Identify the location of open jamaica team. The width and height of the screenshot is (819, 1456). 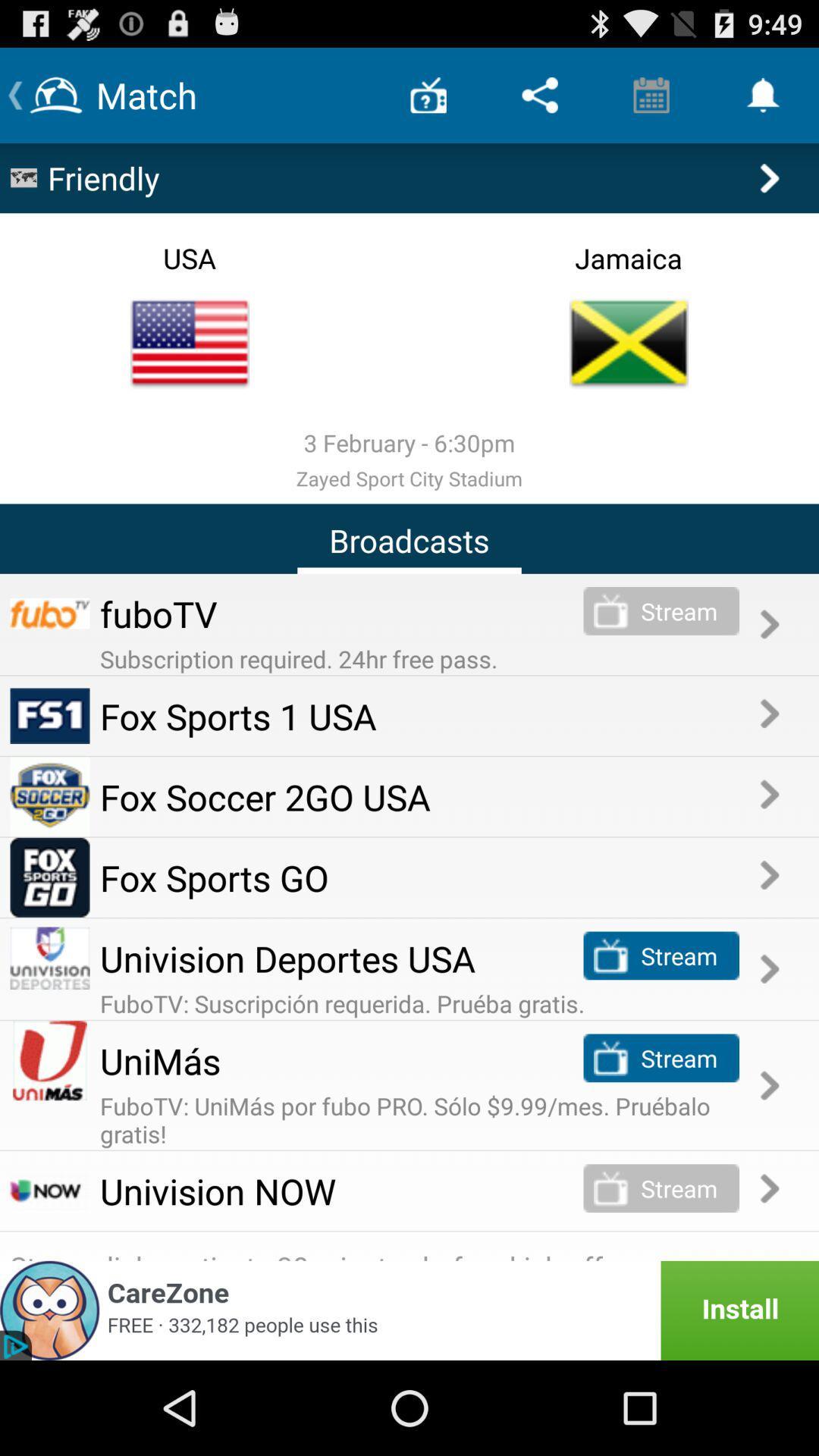
(629, 342).